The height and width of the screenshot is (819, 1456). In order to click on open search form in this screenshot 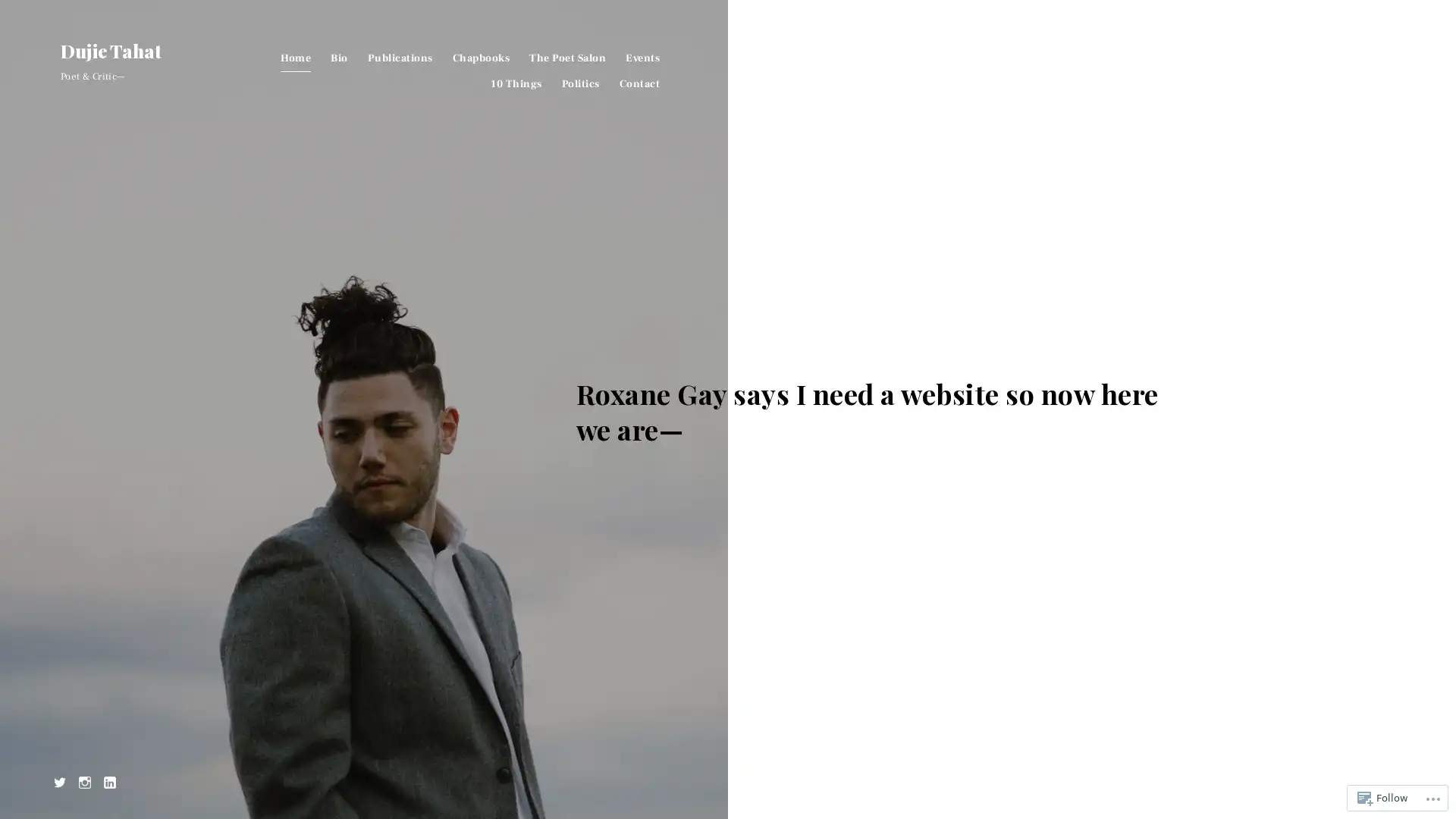, I will do `click(1383, 52)`.